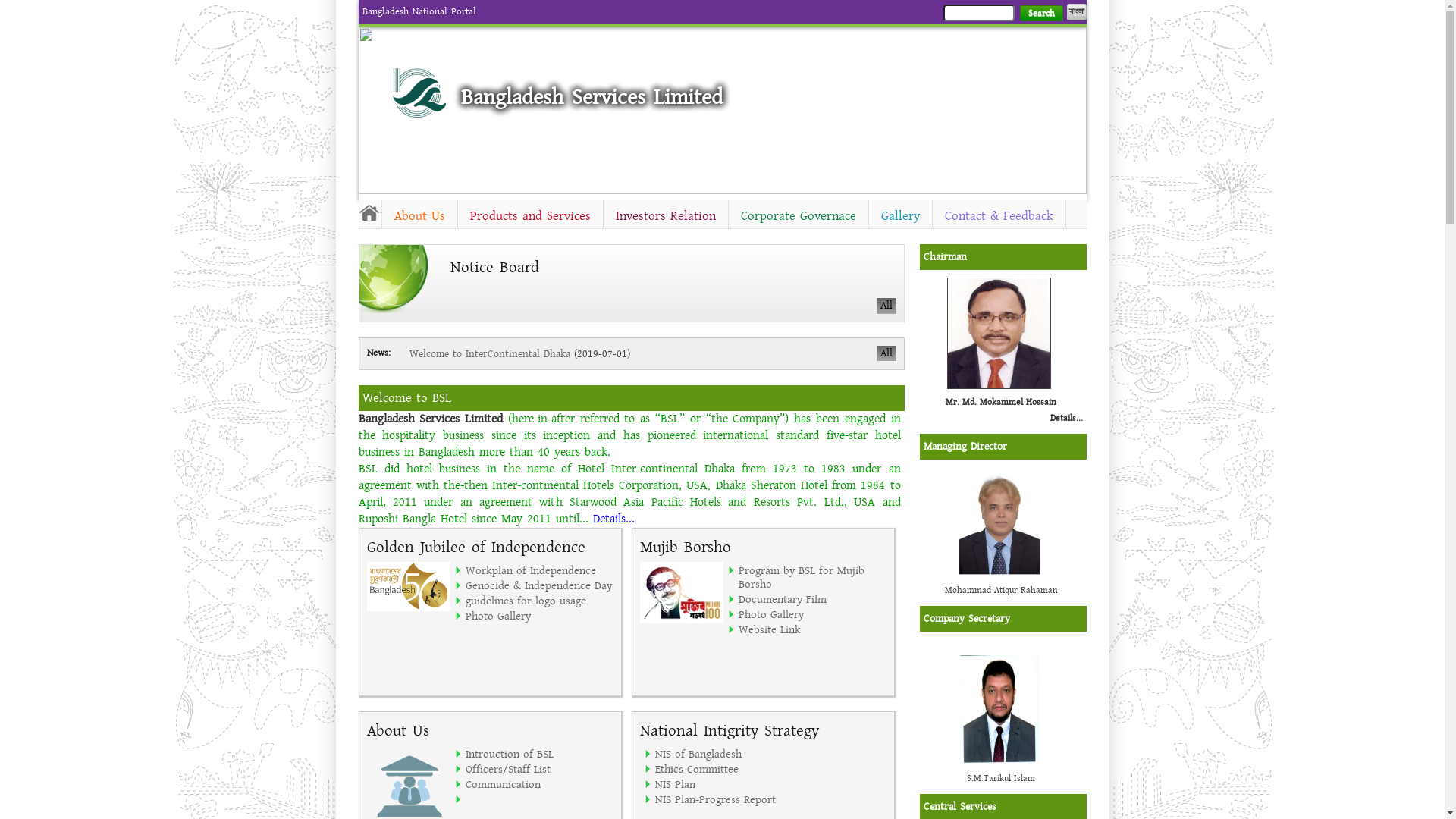 The height and width of the screenshot is (819, 1456). Describe the element at coordinates (999, 216) in the screenshot. I see `'Contact & Feedback'` at that location.